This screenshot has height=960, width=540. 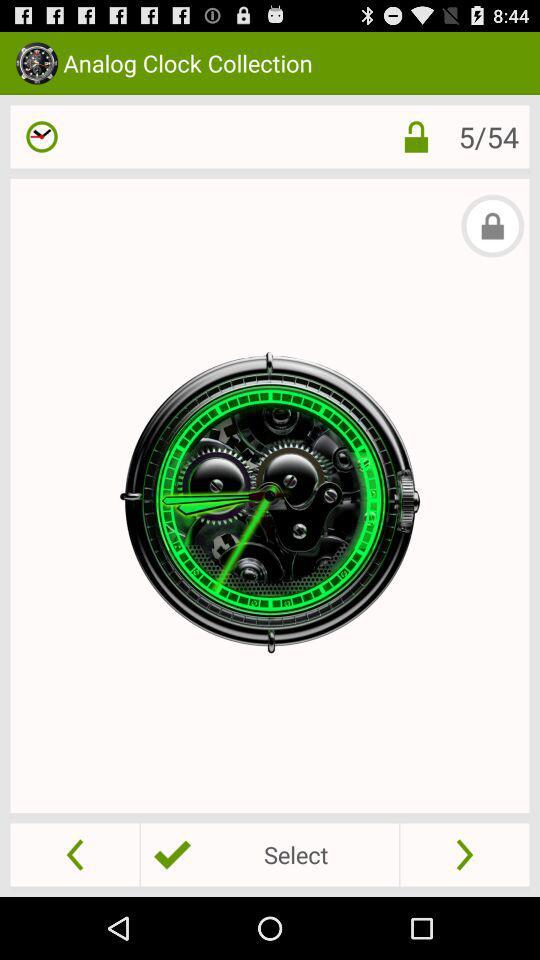 I want to click on a button that lets you see the previous clock, so click(x=74, y=853).